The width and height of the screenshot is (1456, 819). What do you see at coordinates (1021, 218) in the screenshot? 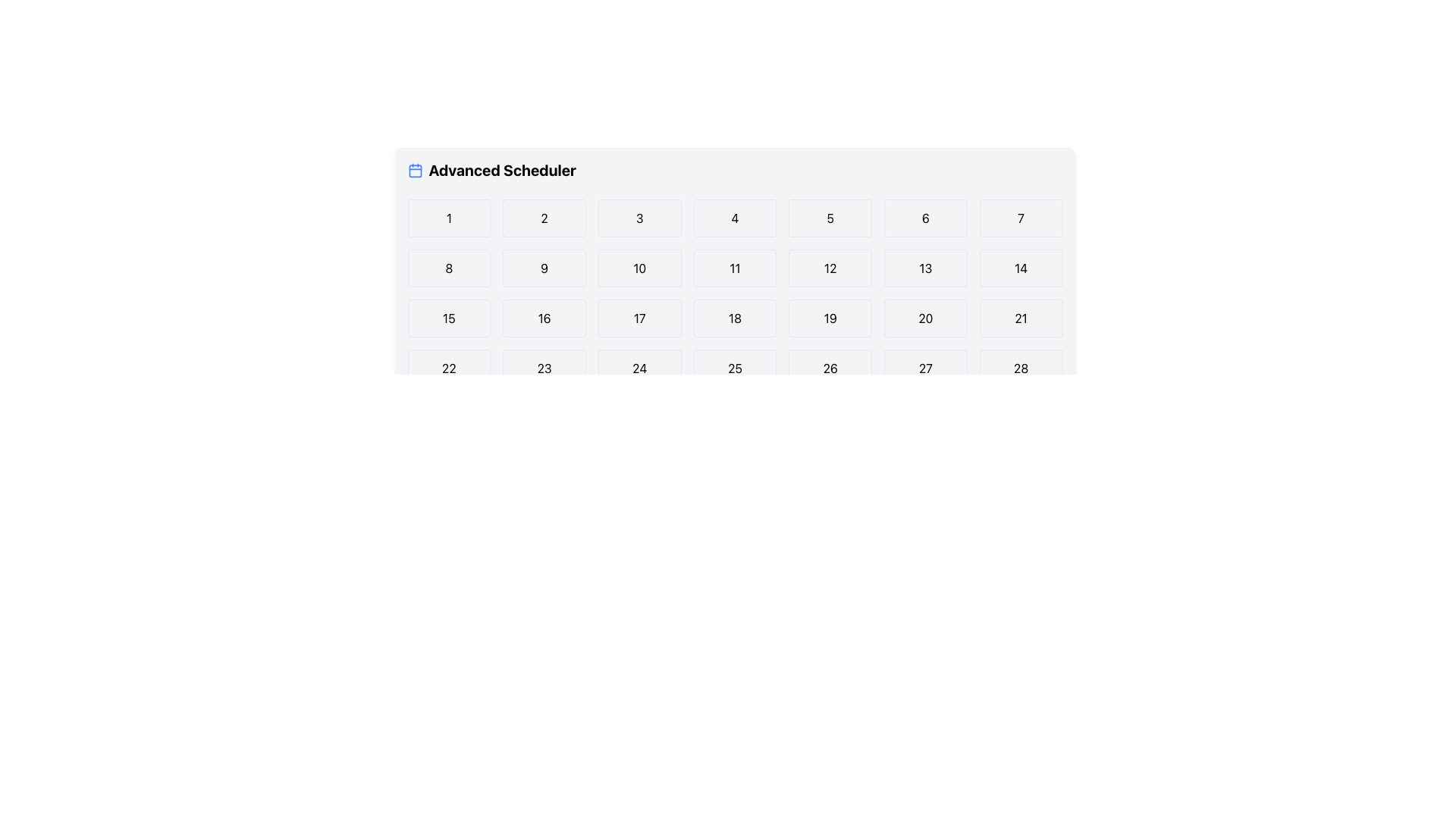
I see `the button displaying the number '7' with a light gray background and black text` at bounding box center [1021, 218].